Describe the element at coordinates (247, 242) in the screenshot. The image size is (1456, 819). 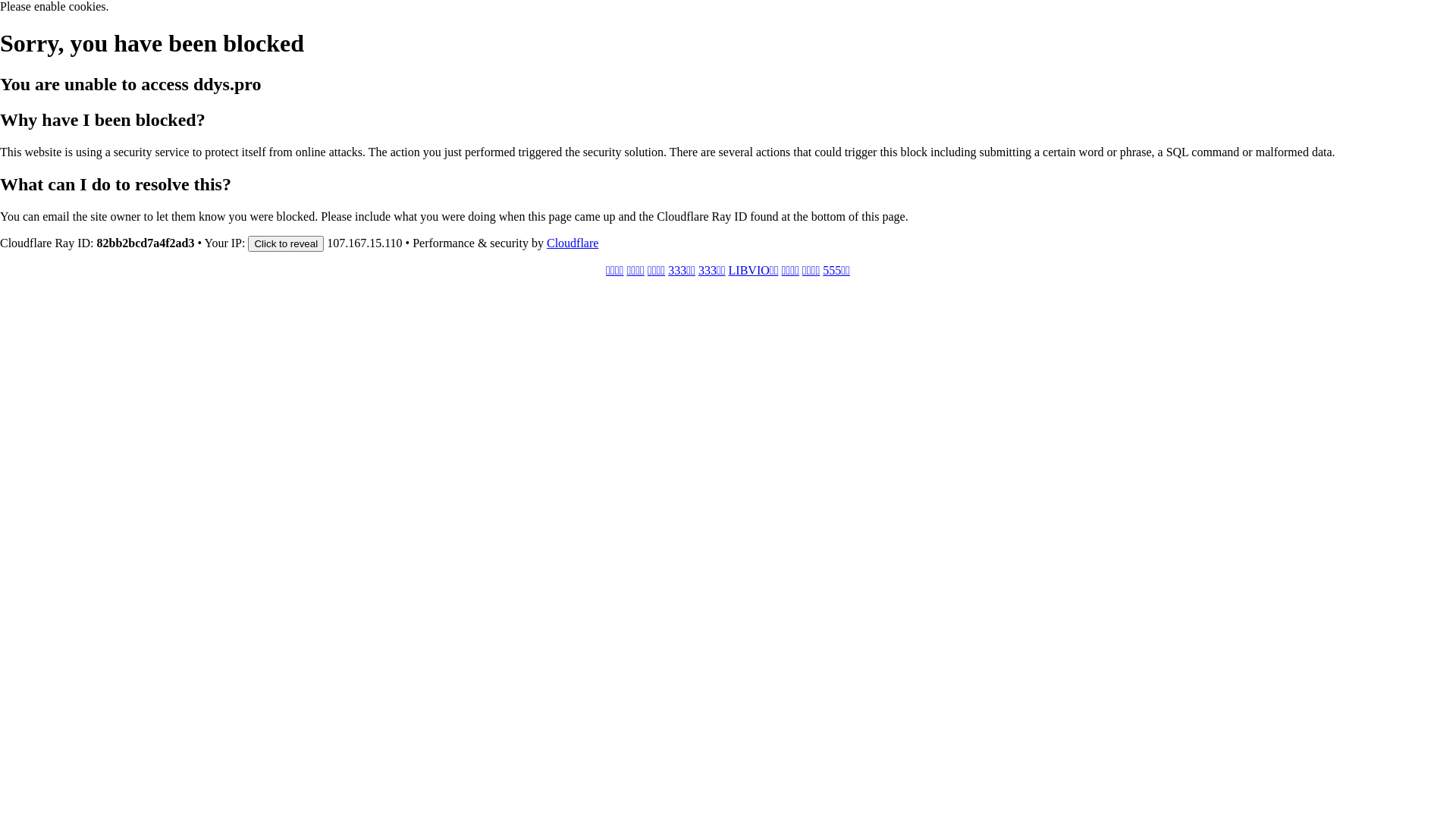
I see `'Click to reveal'` at that location.